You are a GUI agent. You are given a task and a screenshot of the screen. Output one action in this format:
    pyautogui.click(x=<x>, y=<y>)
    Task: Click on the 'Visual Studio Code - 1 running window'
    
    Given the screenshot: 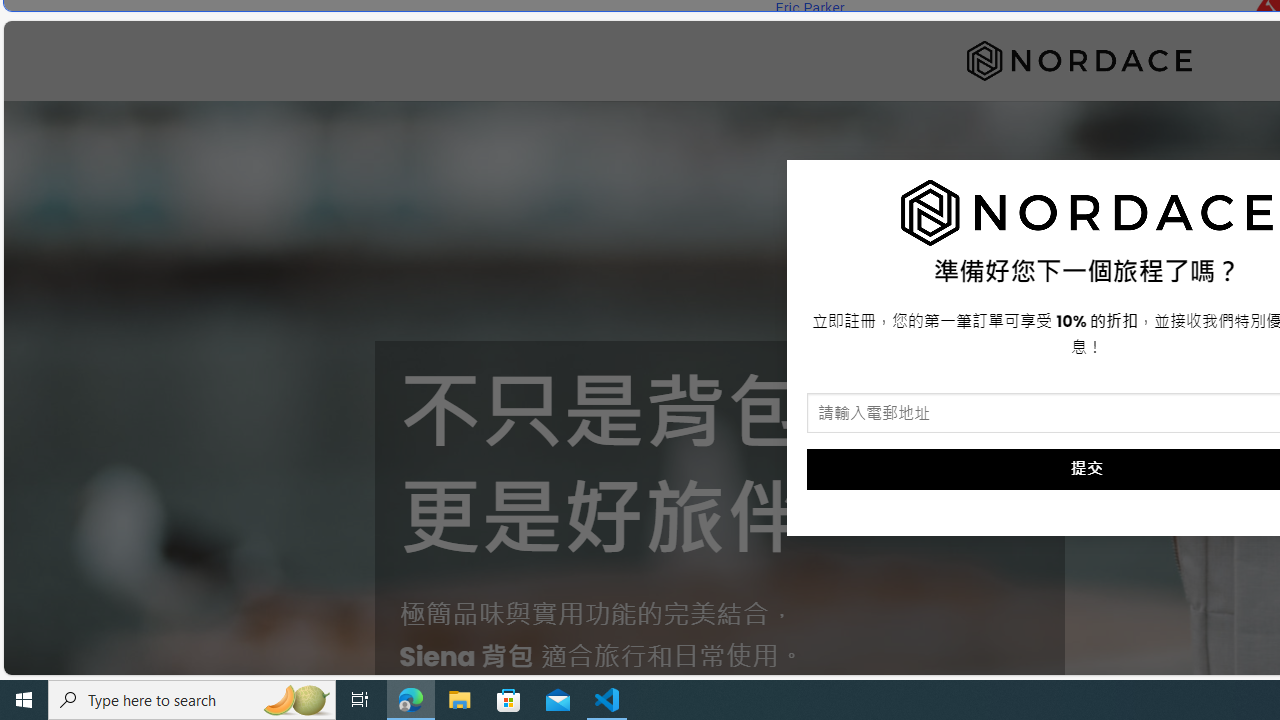 What is the action you would take?
    pyautogui.click(x=606, y=698)
    